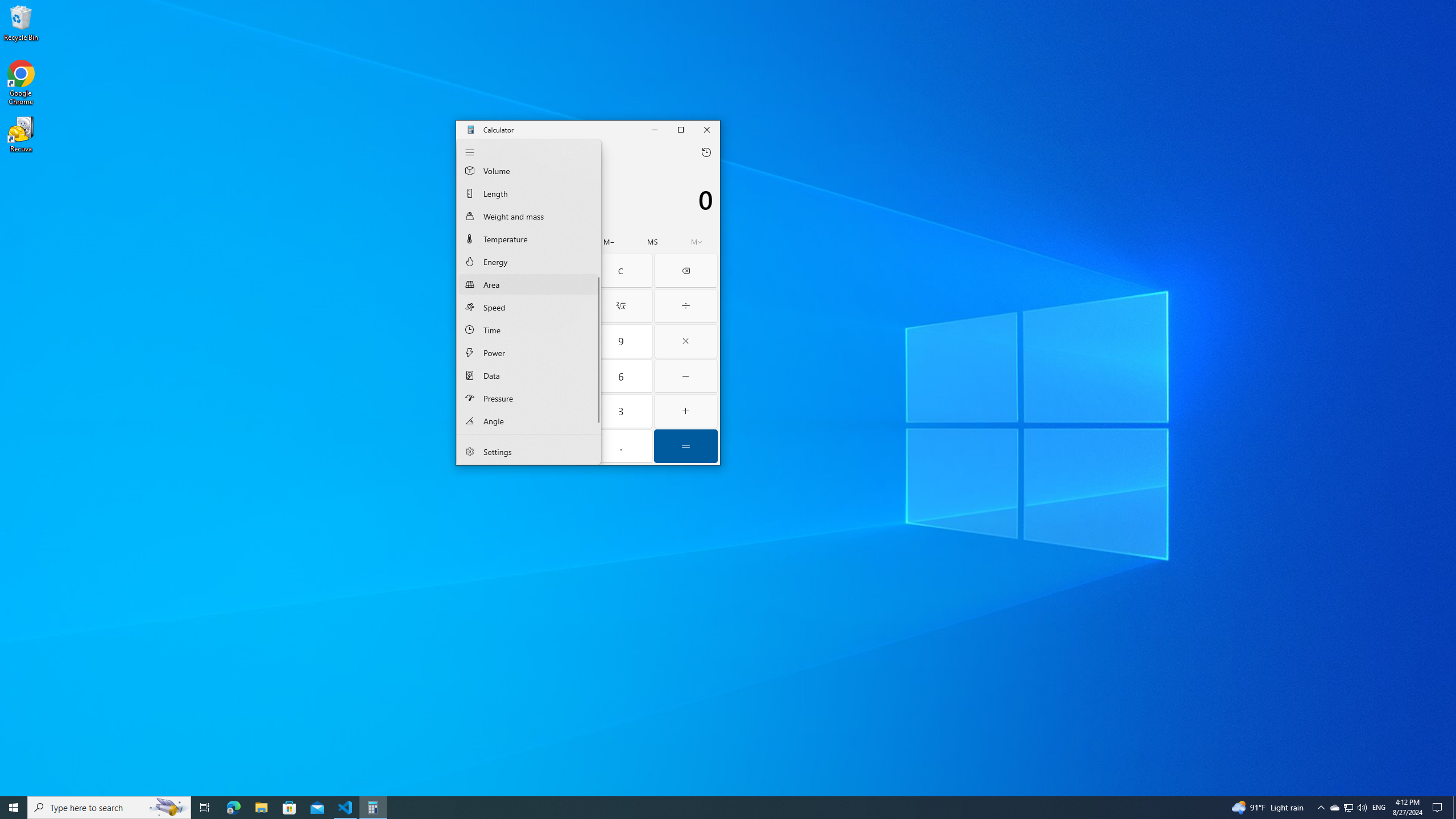 The height and width of the screenshot is (819, 1456). What do you see at coordinates (289, 806) in the screenshot?
I see `'Microsoft Store'` at bounding box center [289, 806].